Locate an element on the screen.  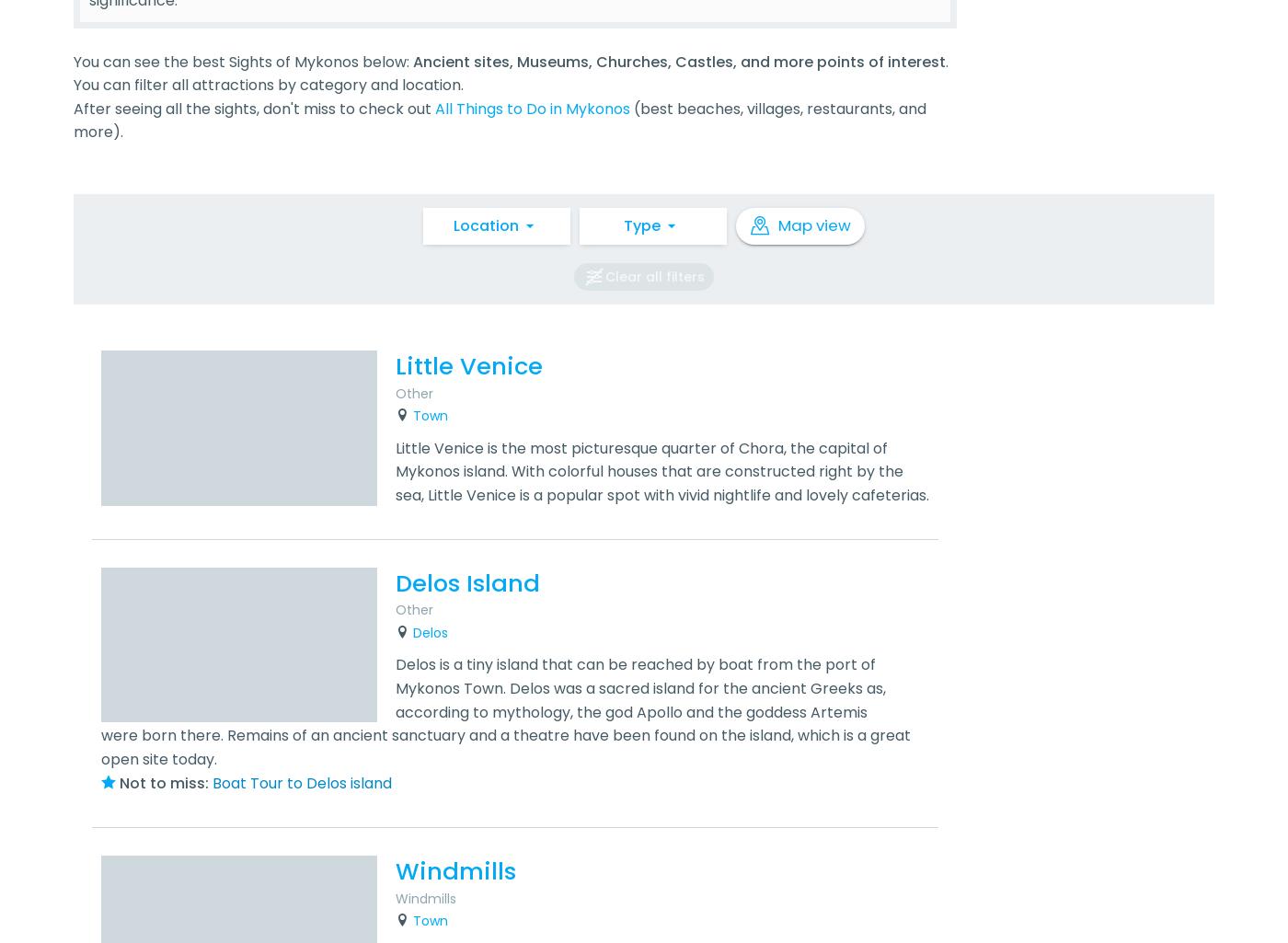
'Type' is located at coordinates (624, 224).